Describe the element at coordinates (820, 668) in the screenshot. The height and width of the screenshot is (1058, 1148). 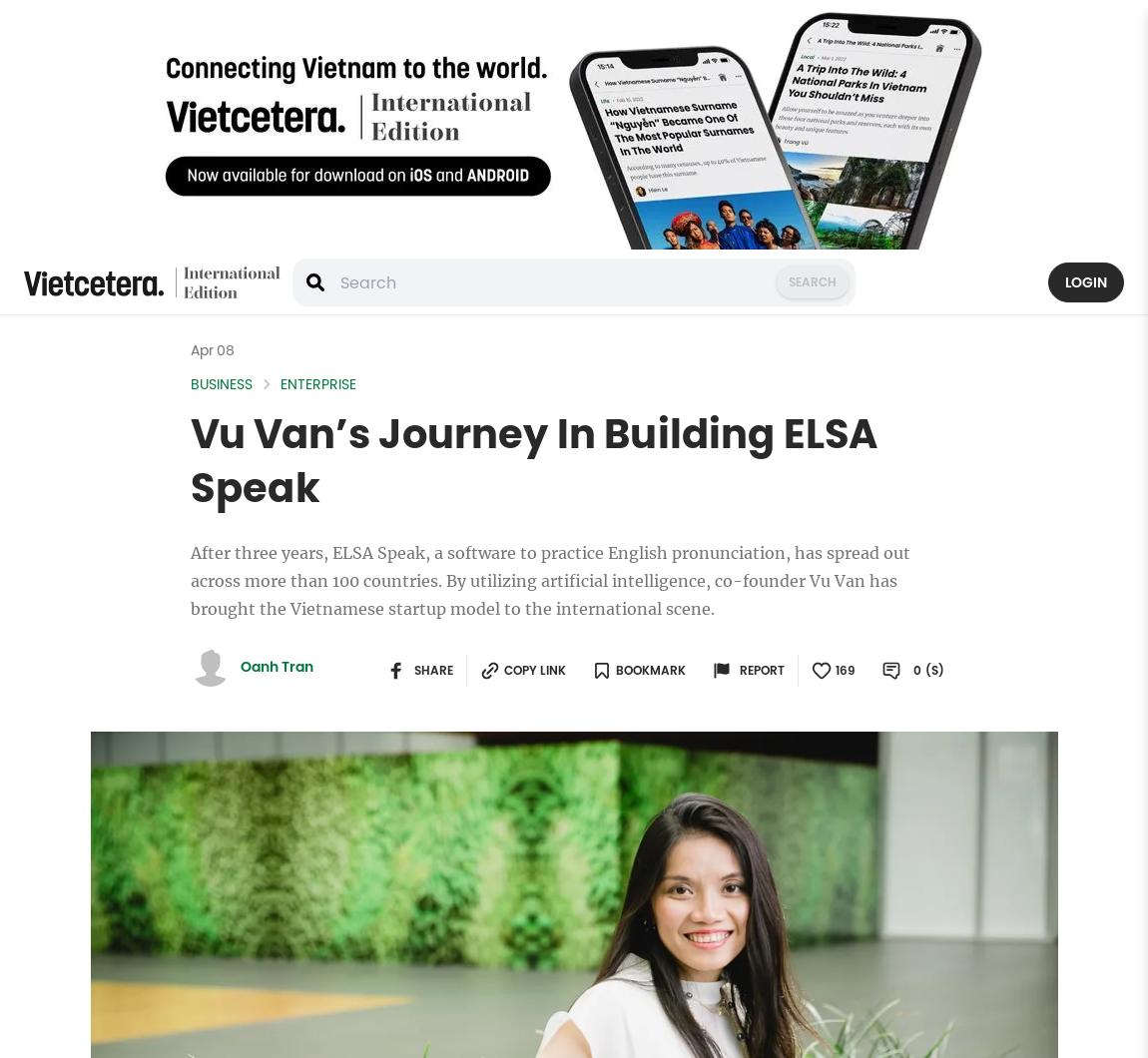
I see `'+'` at that location.